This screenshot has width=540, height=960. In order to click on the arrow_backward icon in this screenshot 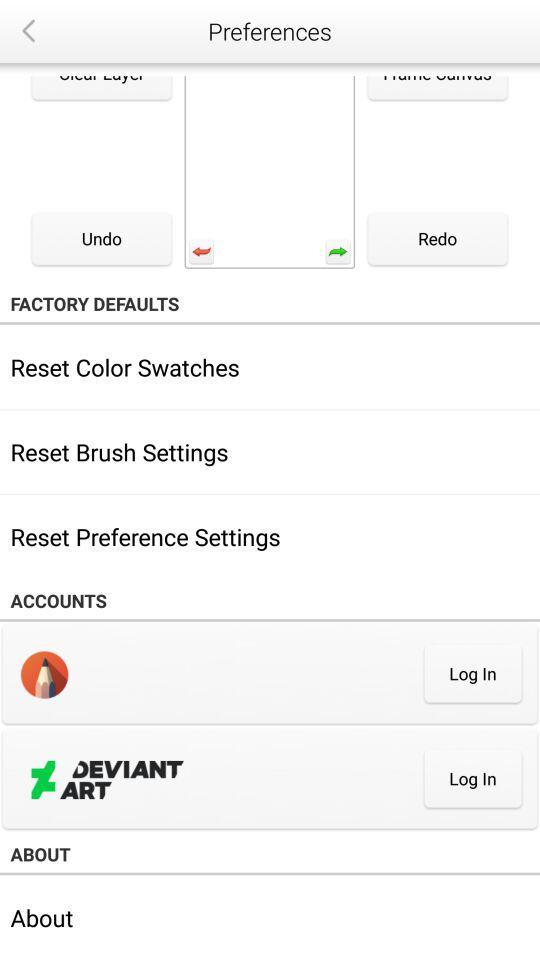, I will do `click(27, 30)`.